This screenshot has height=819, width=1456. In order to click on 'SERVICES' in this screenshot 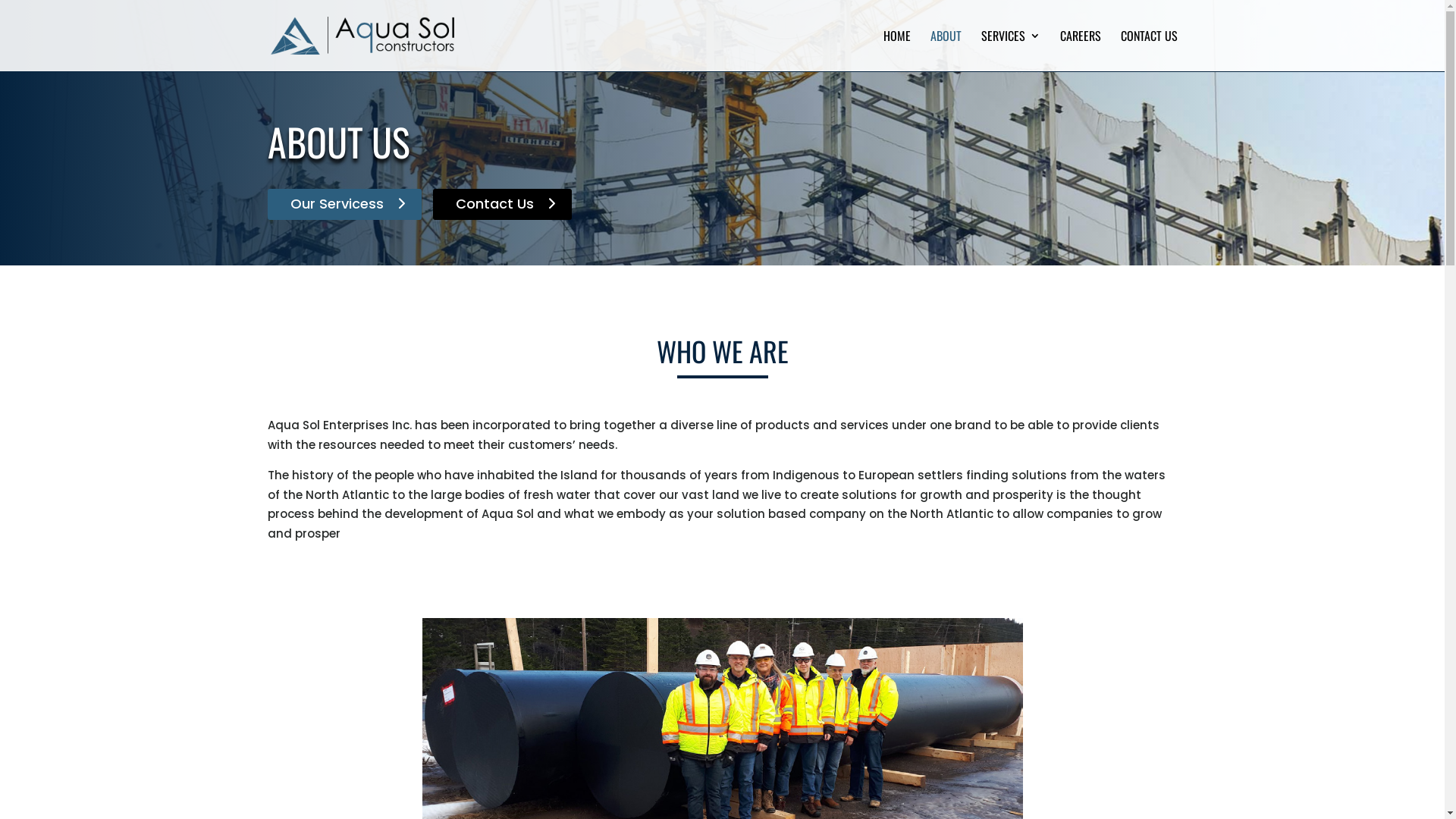, I will do `click(1011, 49)`.